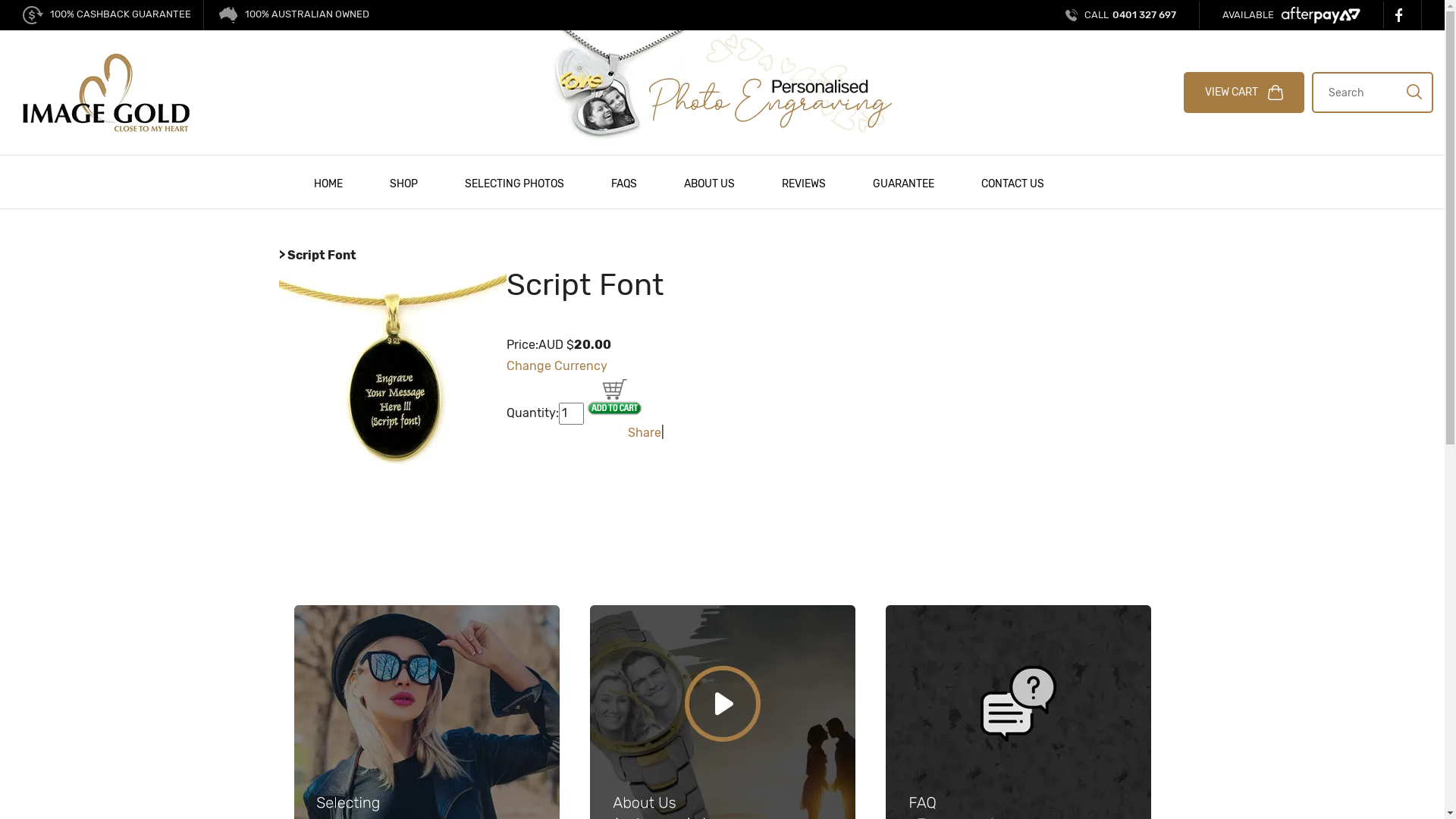 This screenshot has height=819, width=1456. What do you see at coordinates (105, 91) in the screenshot?
I see `'Image Gold'` at bounding box center [105, 91].